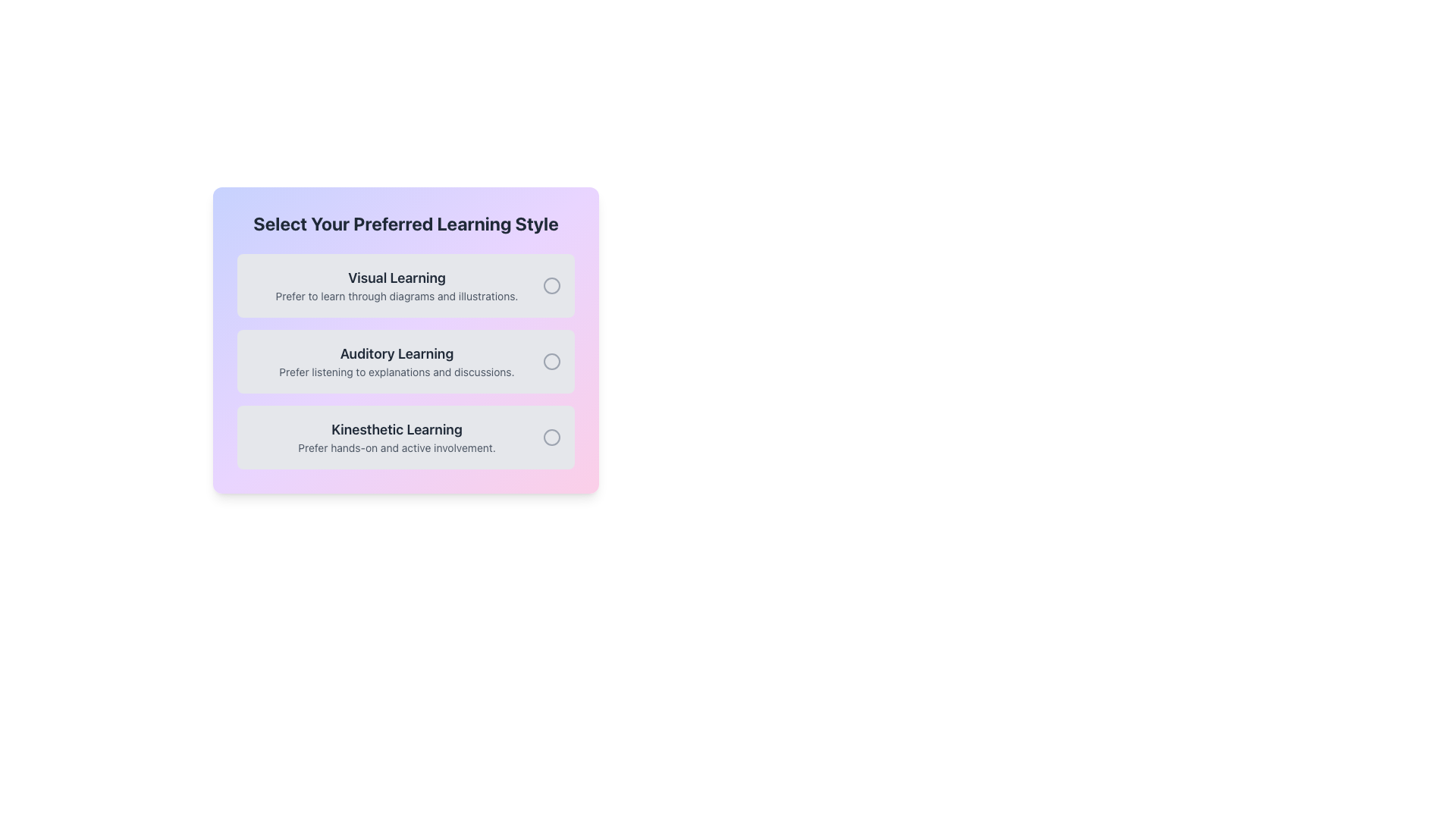 Image resolution: width=1456 pixels, height=819 pixels. Describe the element at coordinates (406, 438) in the screenshot. I see `the interactive card with a radio button labeled 'Kinesthetic Learning' that features a header with bold text and is the third card in a vertically stacked list of learning style preferences` at that location.